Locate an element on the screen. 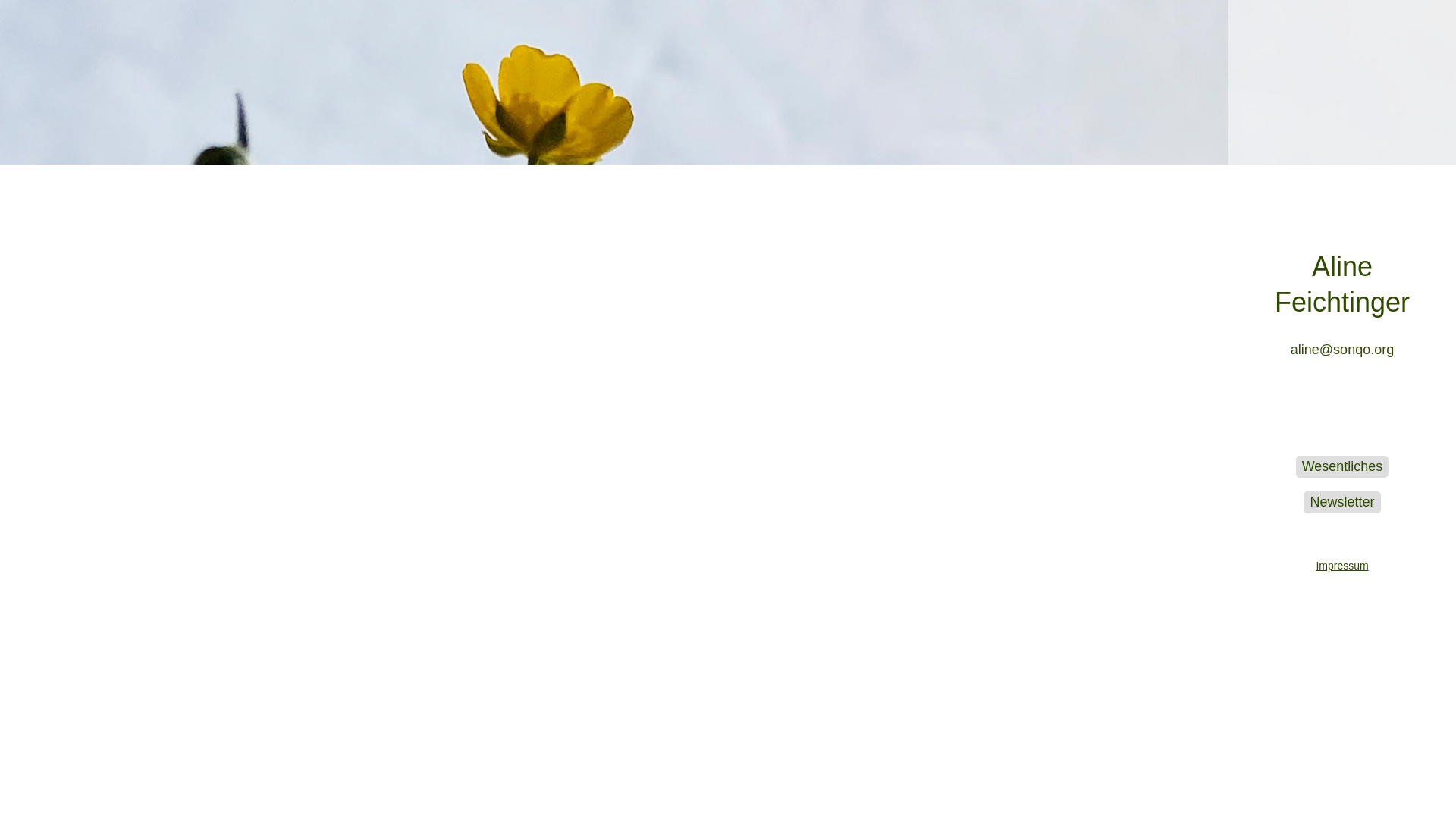 The image size is (1456, 819). 'Wesentliches' is located at coordinates (1294, 466).